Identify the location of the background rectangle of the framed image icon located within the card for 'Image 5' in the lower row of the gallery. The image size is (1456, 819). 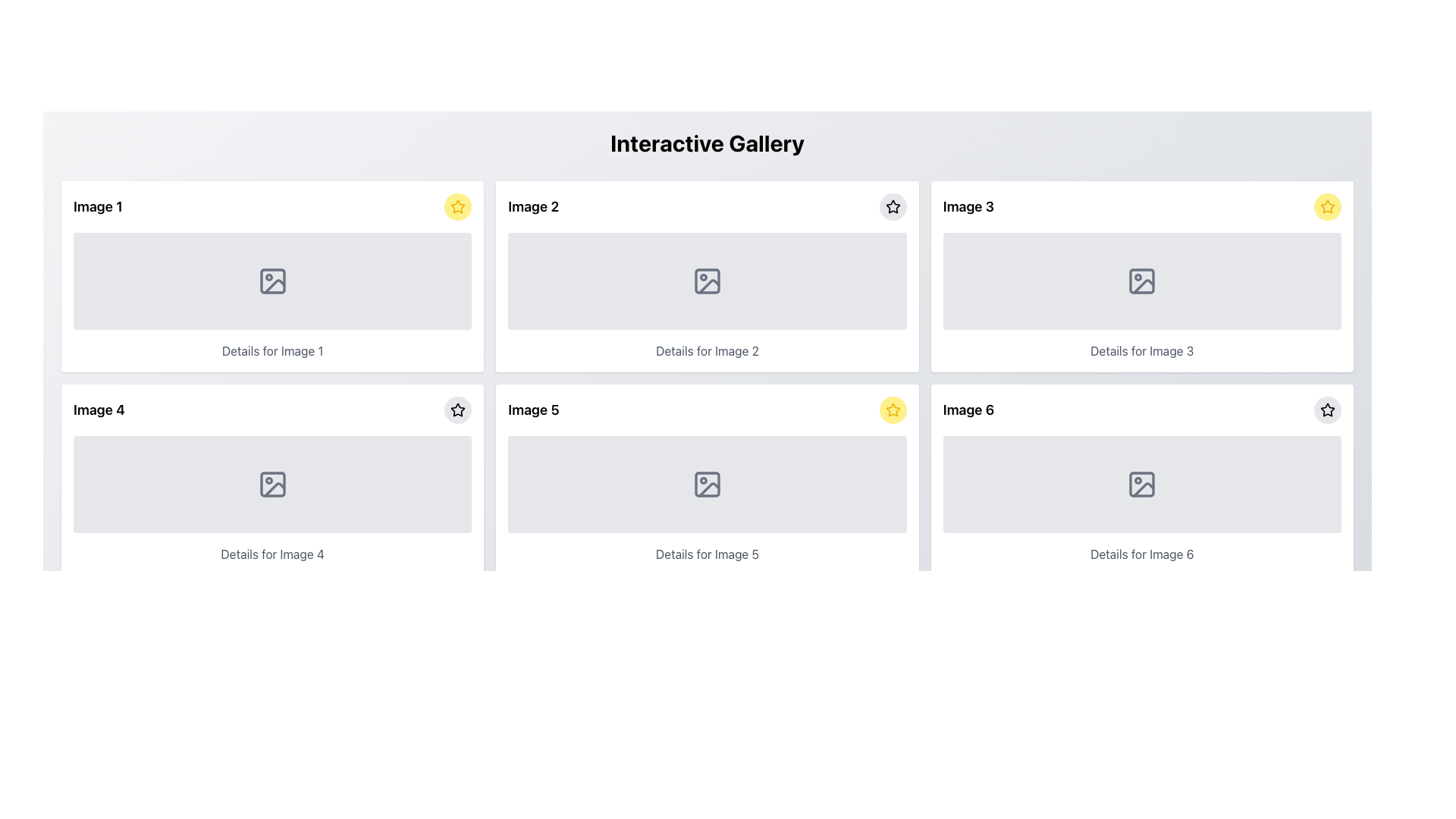
(706, 485).